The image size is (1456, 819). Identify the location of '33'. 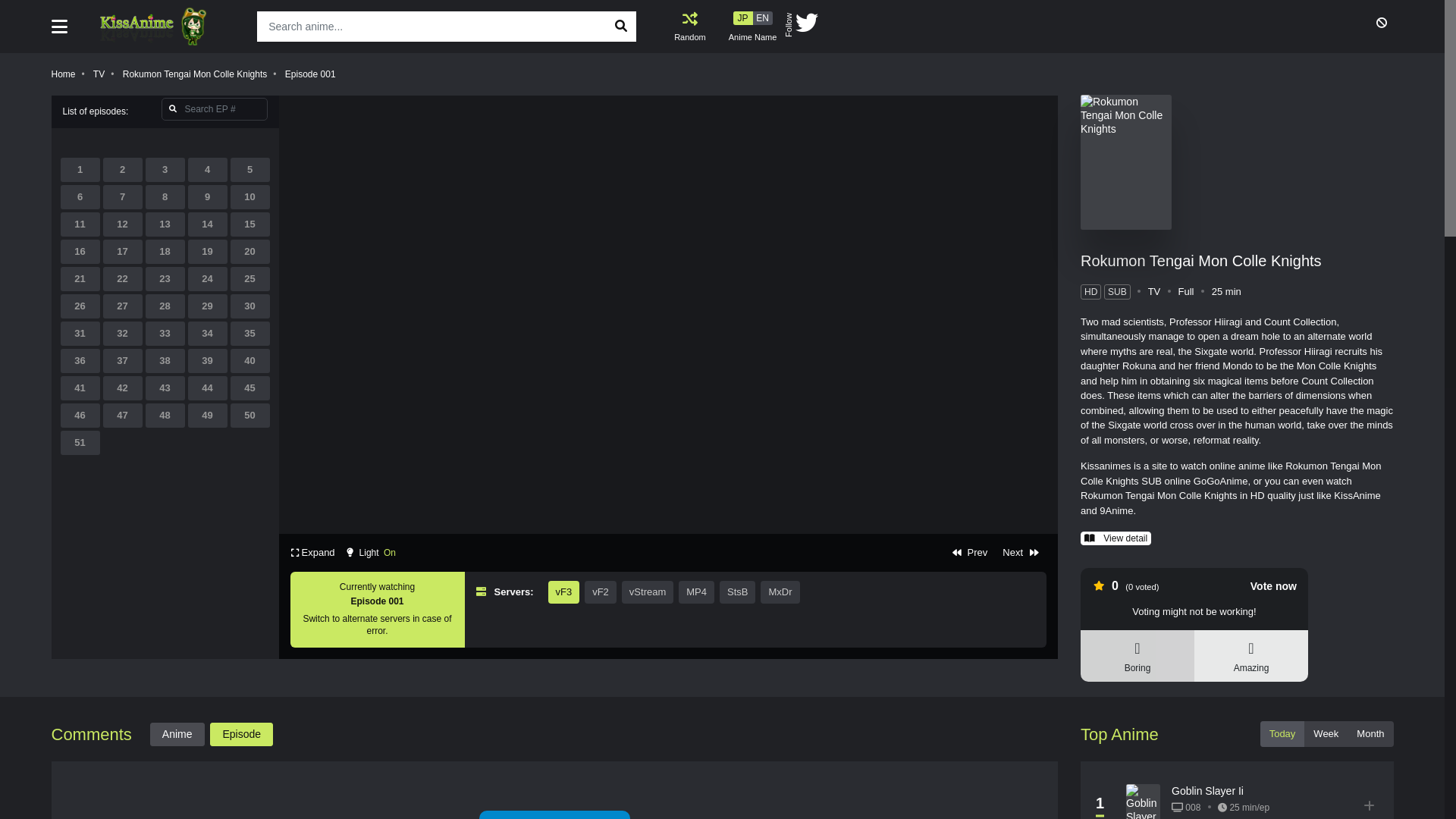
(146, 332).